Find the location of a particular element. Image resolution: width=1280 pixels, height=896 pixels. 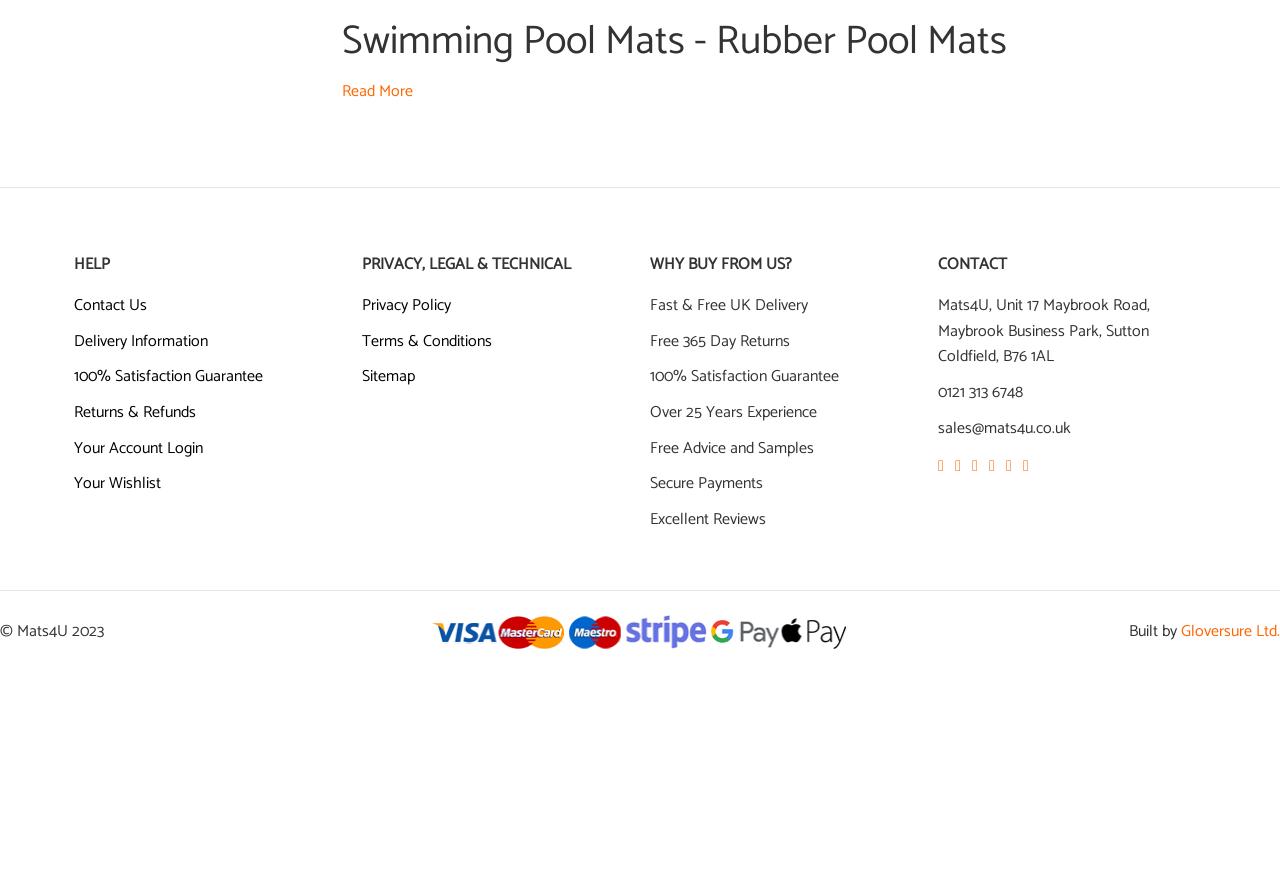

'Delivery Information' is located at coordinates (140, 340).